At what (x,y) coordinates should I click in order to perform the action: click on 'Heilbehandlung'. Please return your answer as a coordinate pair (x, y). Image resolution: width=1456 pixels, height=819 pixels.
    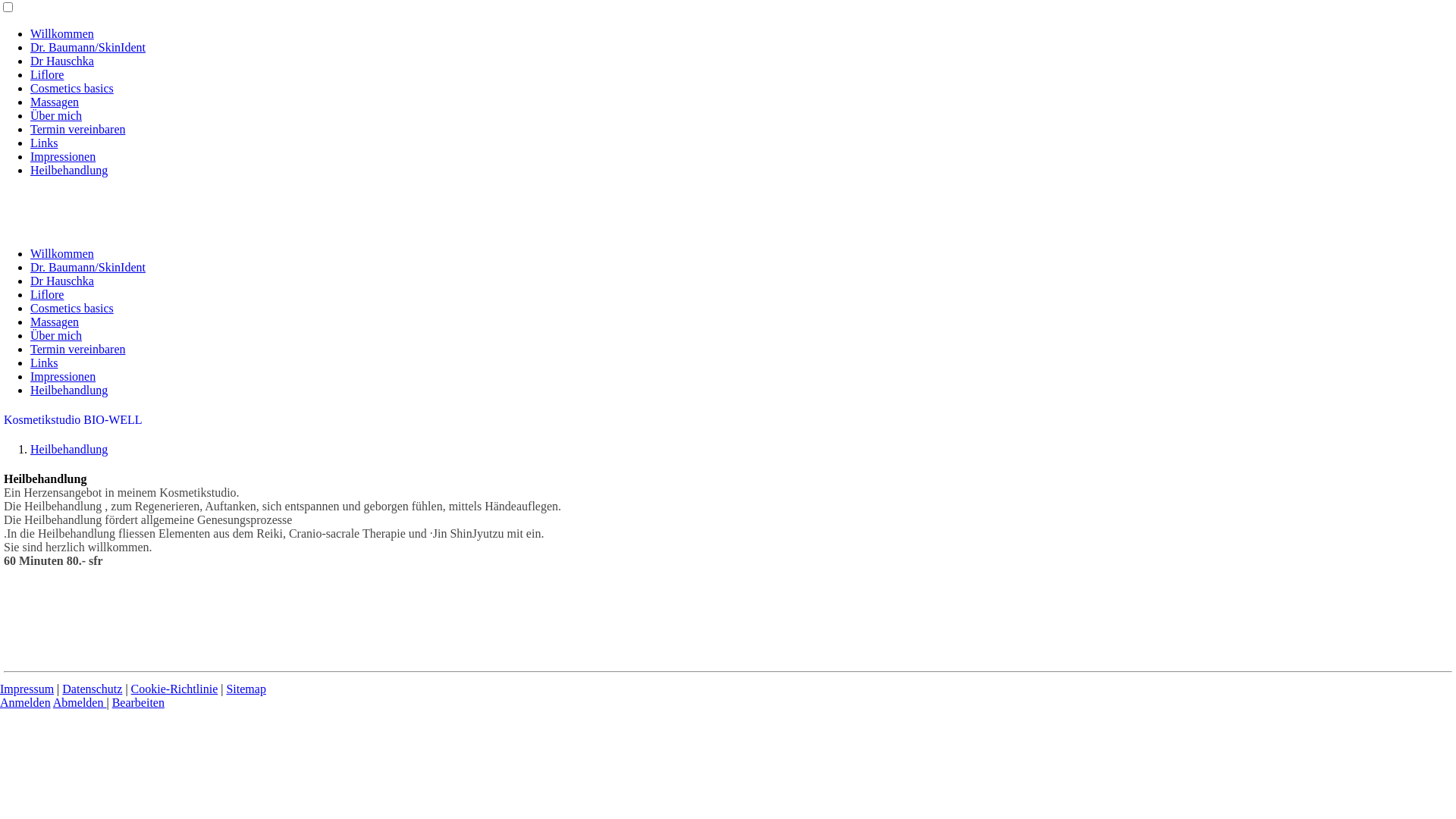
    Looking at the image, I should click on (30, 389).